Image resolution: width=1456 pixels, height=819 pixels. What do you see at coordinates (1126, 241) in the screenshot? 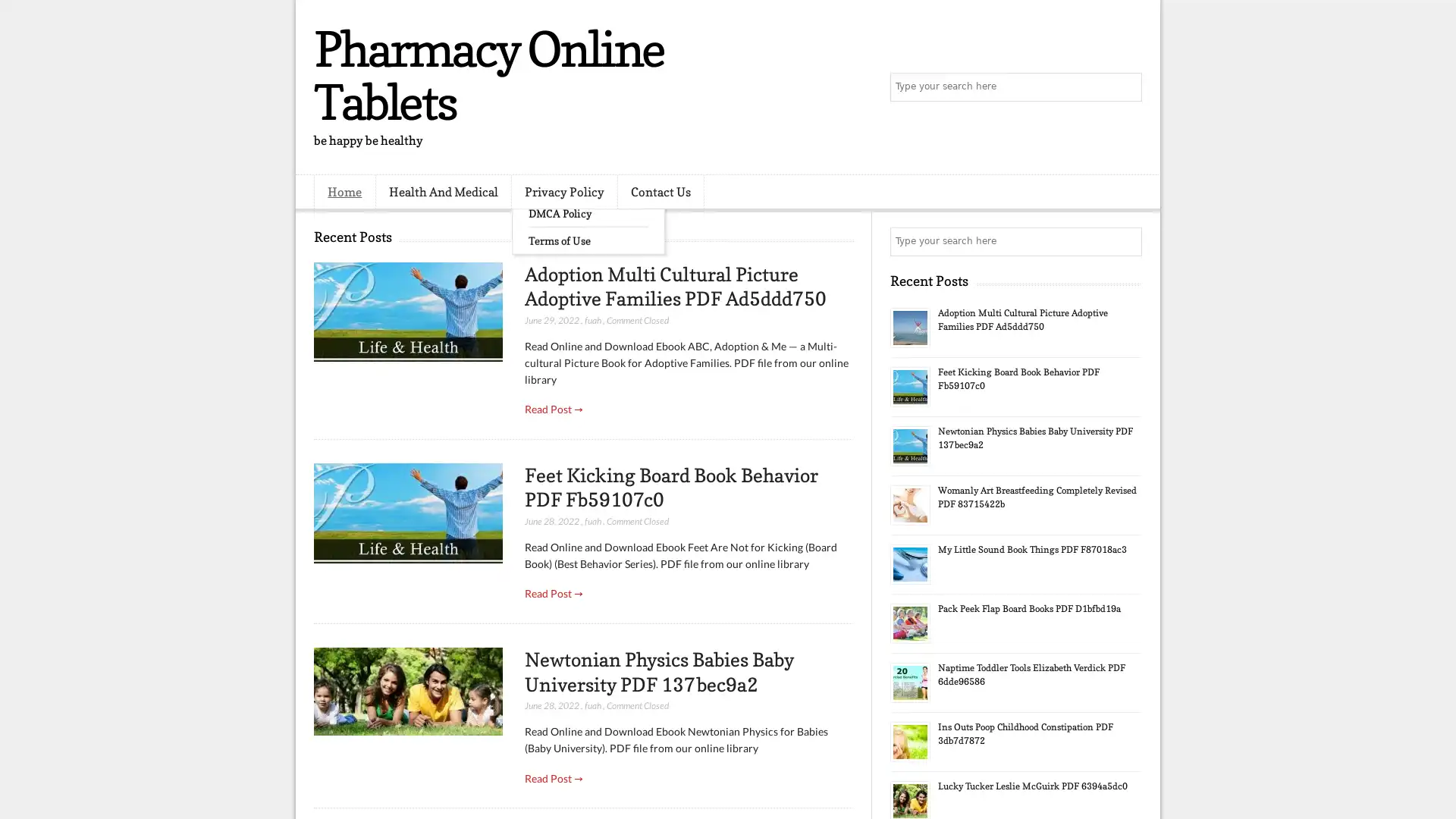
I see `Search` at bounding box center [1126, 241].